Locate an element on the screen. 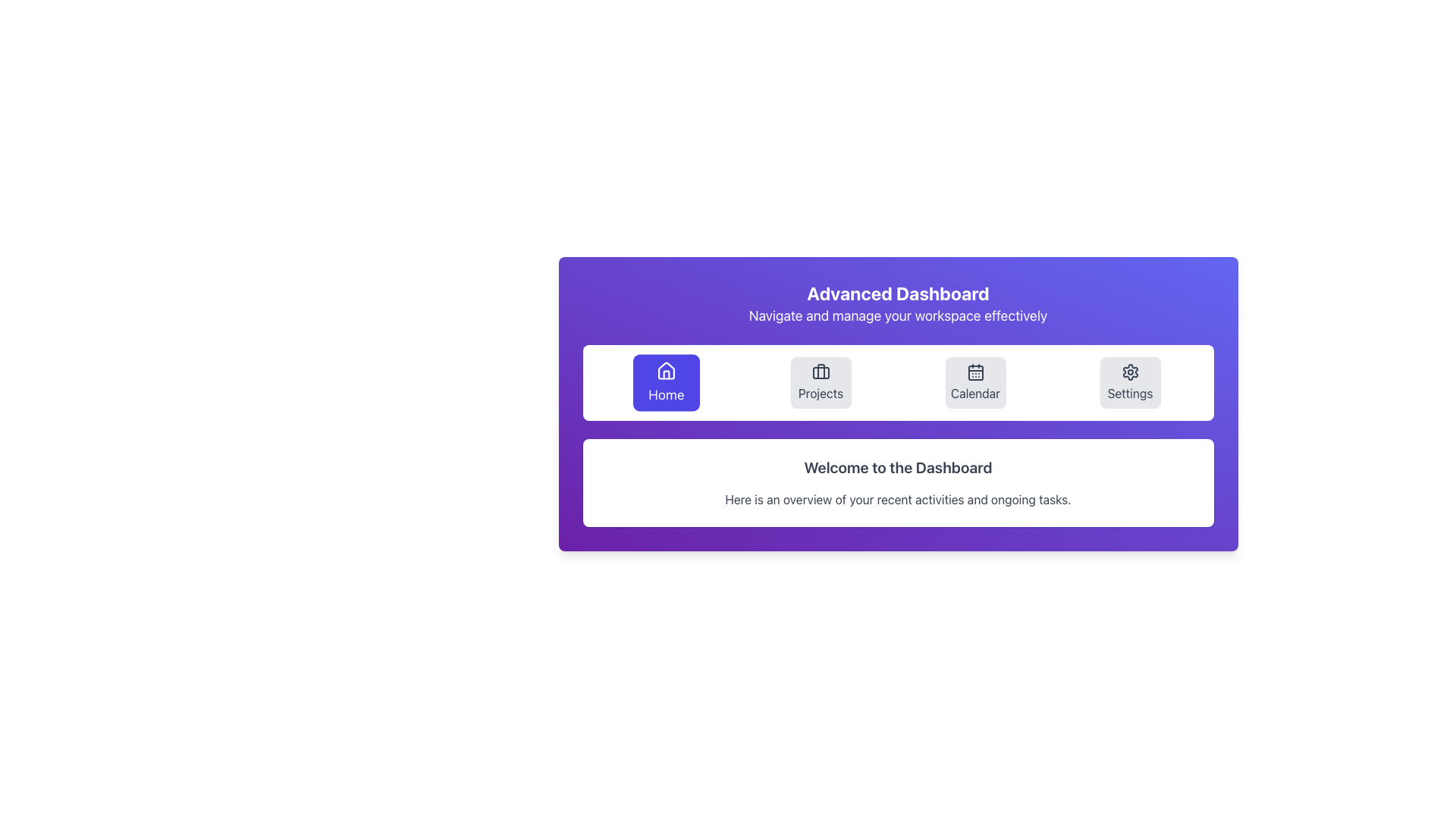  the navigation button located on the top navigation bar, positioned between 'Projects' and 'Settings' is located at coordinates (975, 382).